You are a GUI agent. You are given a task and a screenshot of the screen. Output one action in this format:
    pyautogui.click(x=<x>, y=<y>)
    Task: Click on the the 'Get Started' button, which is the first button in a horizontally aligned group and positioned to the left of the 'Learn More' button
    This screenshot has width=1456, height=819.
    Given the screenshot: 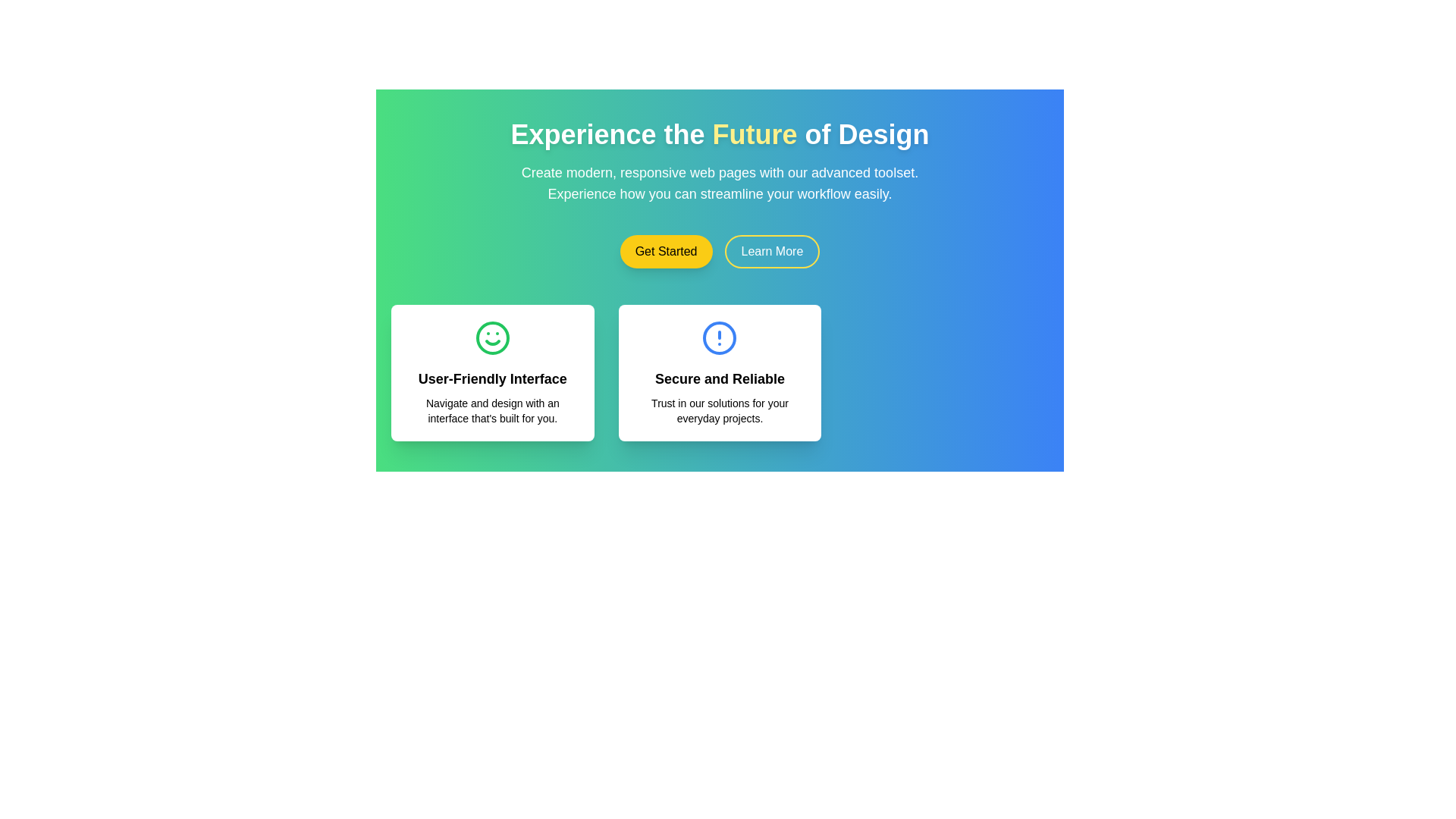 What is the action you would take?
    pyautogui.click(x=666, y=250)
    